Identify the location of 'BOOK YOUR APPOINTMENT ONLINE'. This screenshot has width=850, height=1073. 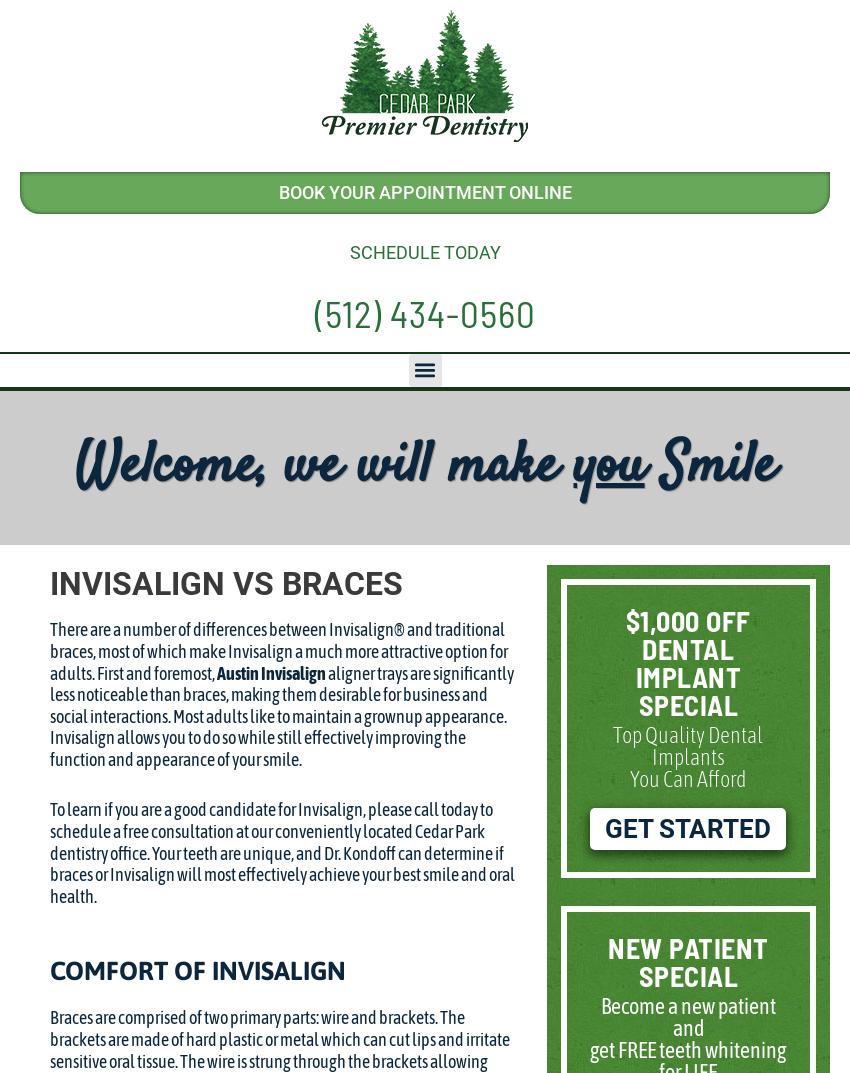
(424, 192).